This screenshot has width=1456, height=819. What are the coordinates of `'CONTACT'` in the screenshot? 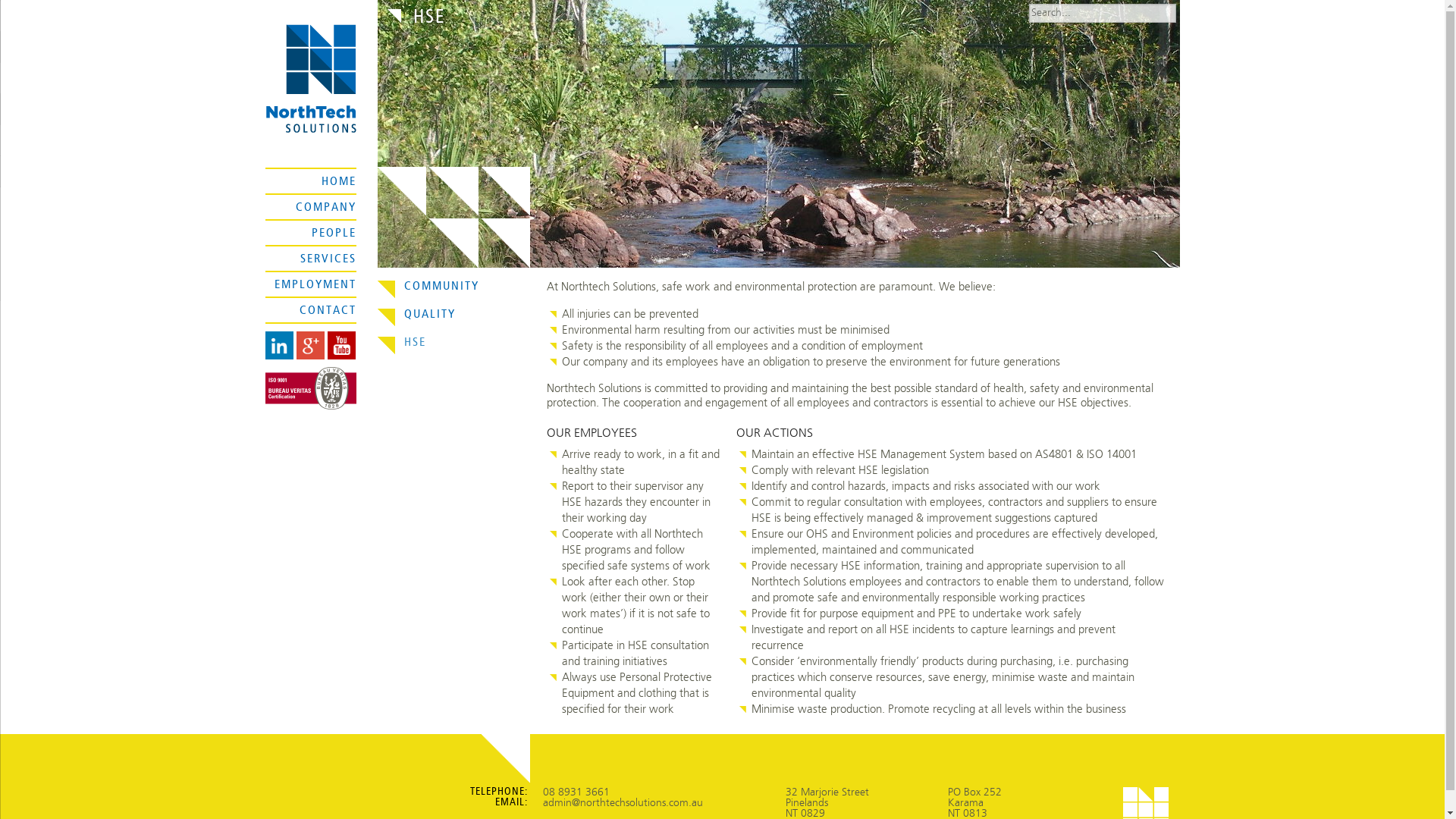 It's located at (326, 309).